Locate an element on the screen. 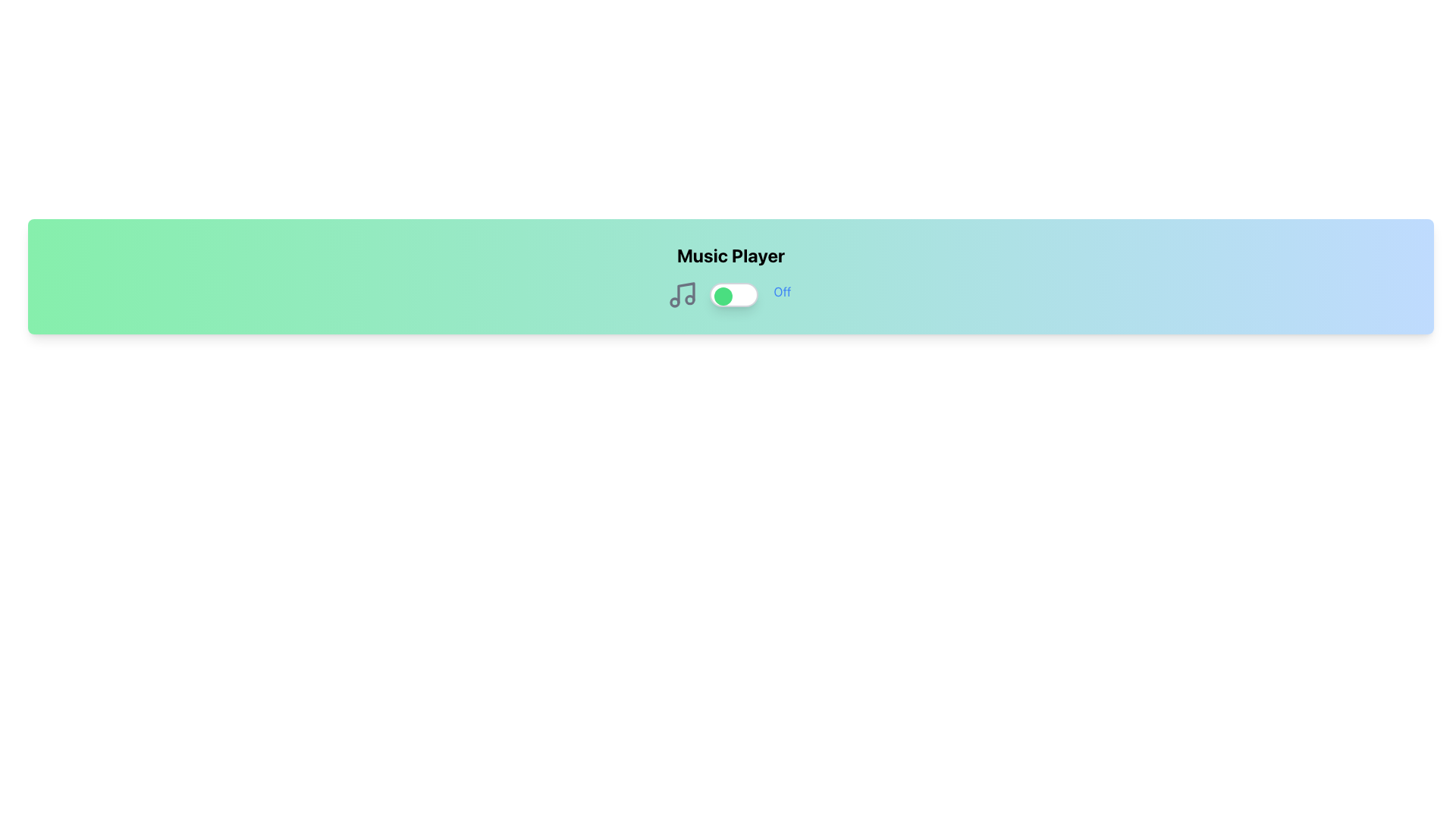 Image resolution: width=1456 pixels, height=819 pixels. the musical note icon, which symbolizes music playback or settings, located to the left of the toggle switch is located at coordinates (682, 295).